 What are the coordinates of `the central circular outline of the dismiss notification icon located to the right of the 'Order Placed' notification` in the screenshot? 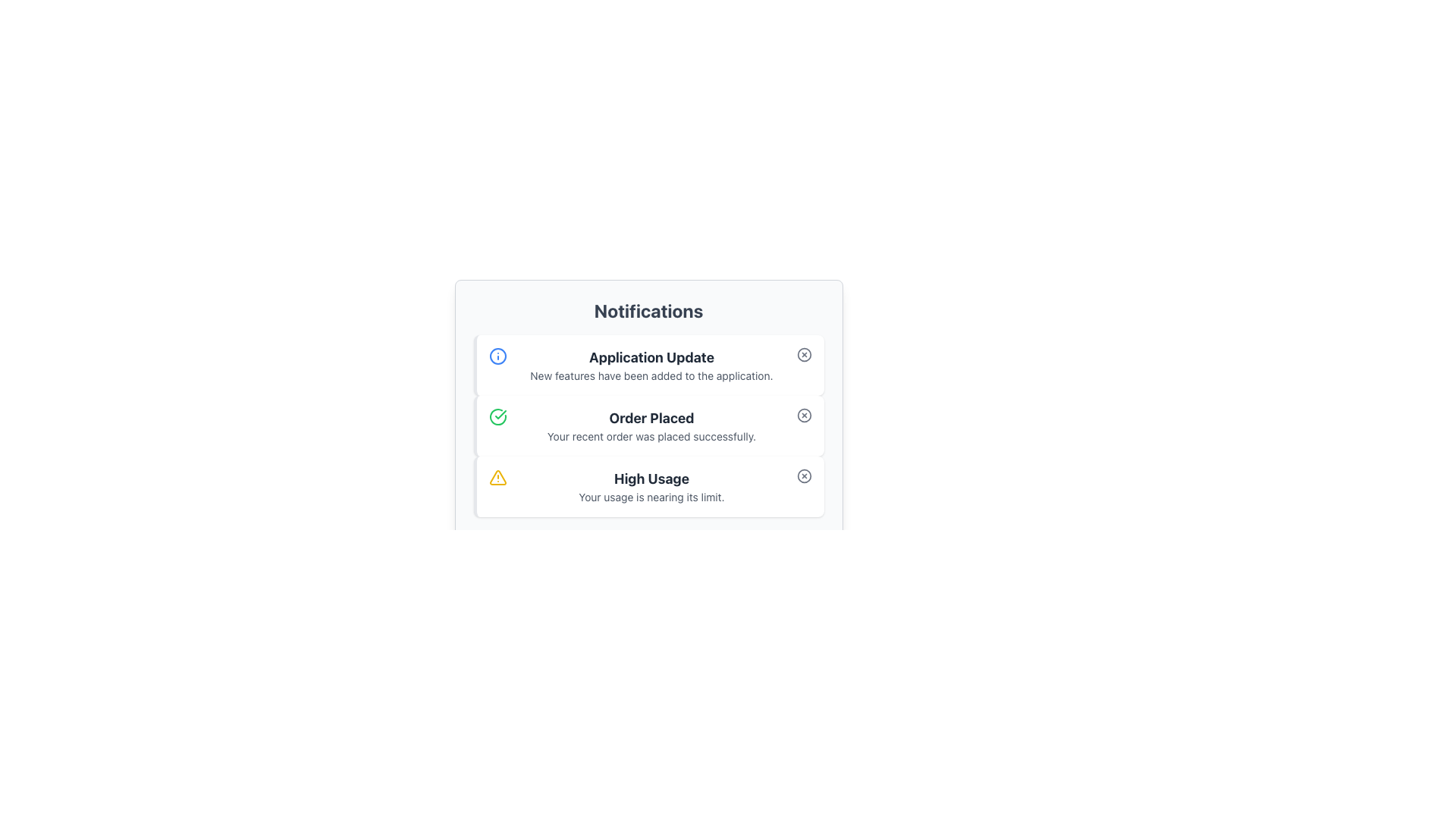 It's located at (803, 415).